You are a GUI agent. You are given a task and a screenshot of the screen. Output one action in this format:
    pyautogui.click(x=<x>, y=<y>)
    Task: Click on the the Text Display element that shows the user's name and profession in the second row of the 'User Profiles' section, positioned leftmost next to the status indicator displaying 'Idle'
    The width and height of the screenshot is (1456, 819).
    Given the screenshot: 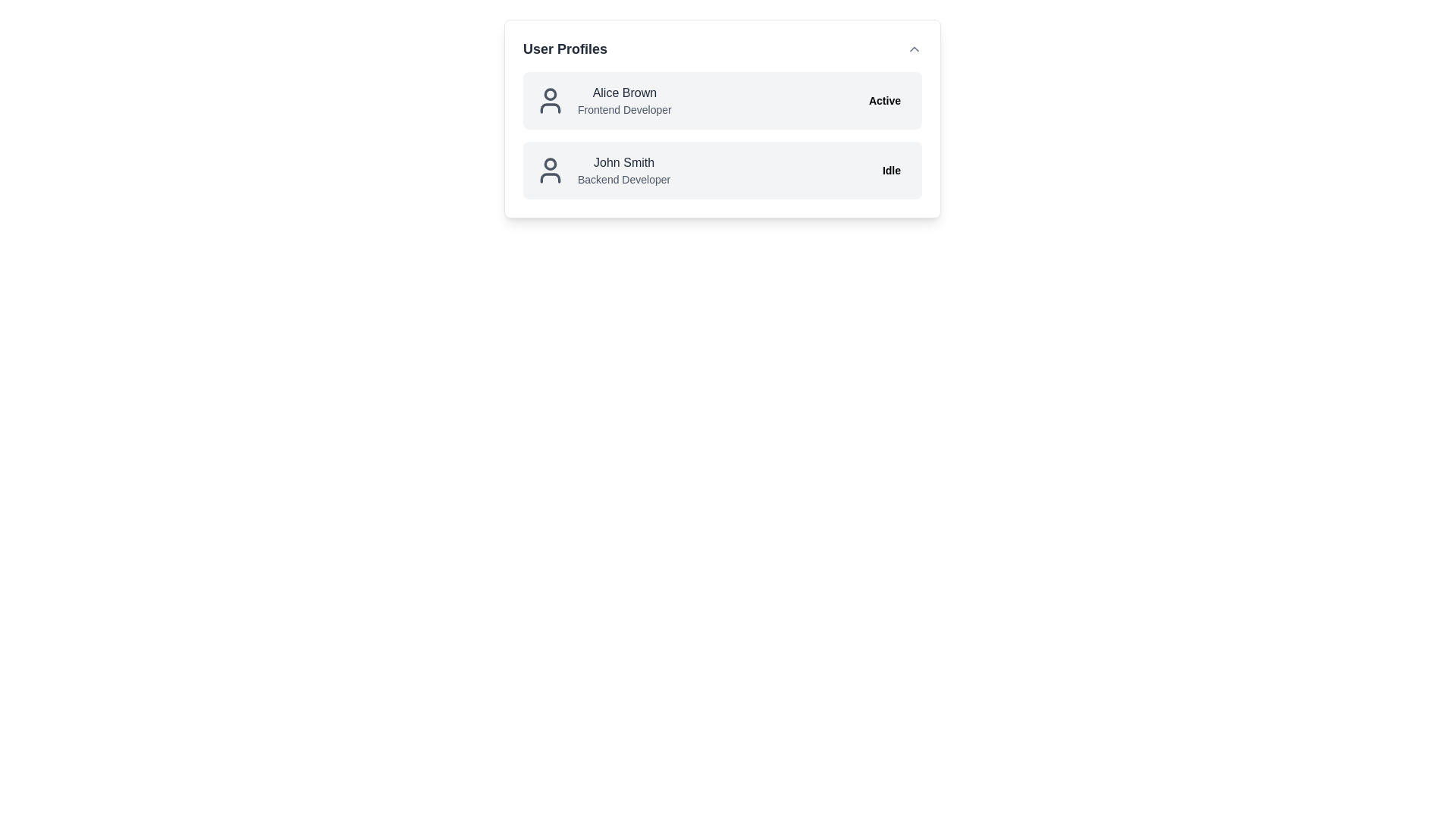 What is the action you would take?
    pyautogui.click(x=602, y=170)
    